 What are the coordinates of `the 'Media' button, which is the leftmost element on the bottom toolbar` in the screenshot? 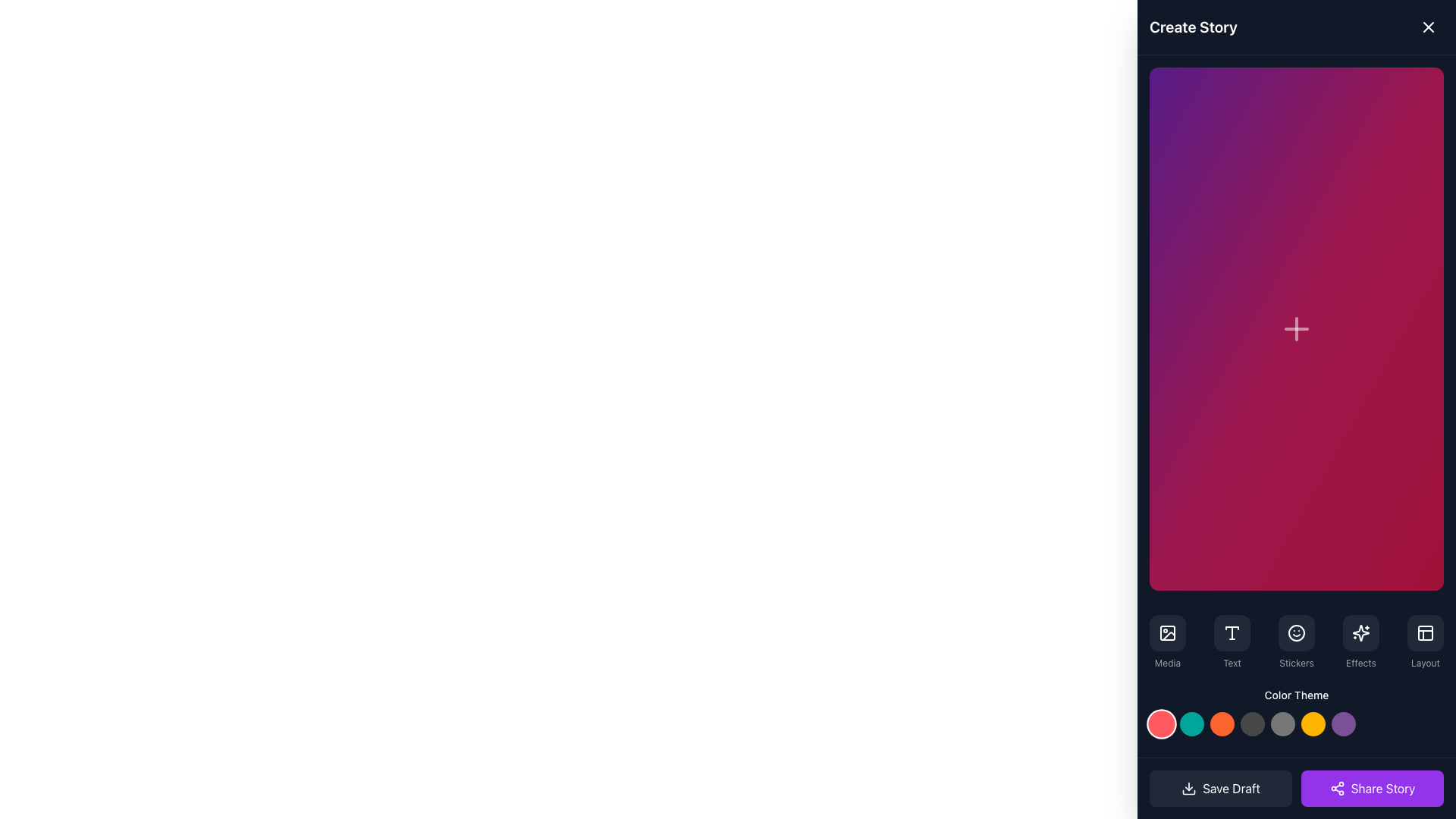 It's located at (1167, 642).